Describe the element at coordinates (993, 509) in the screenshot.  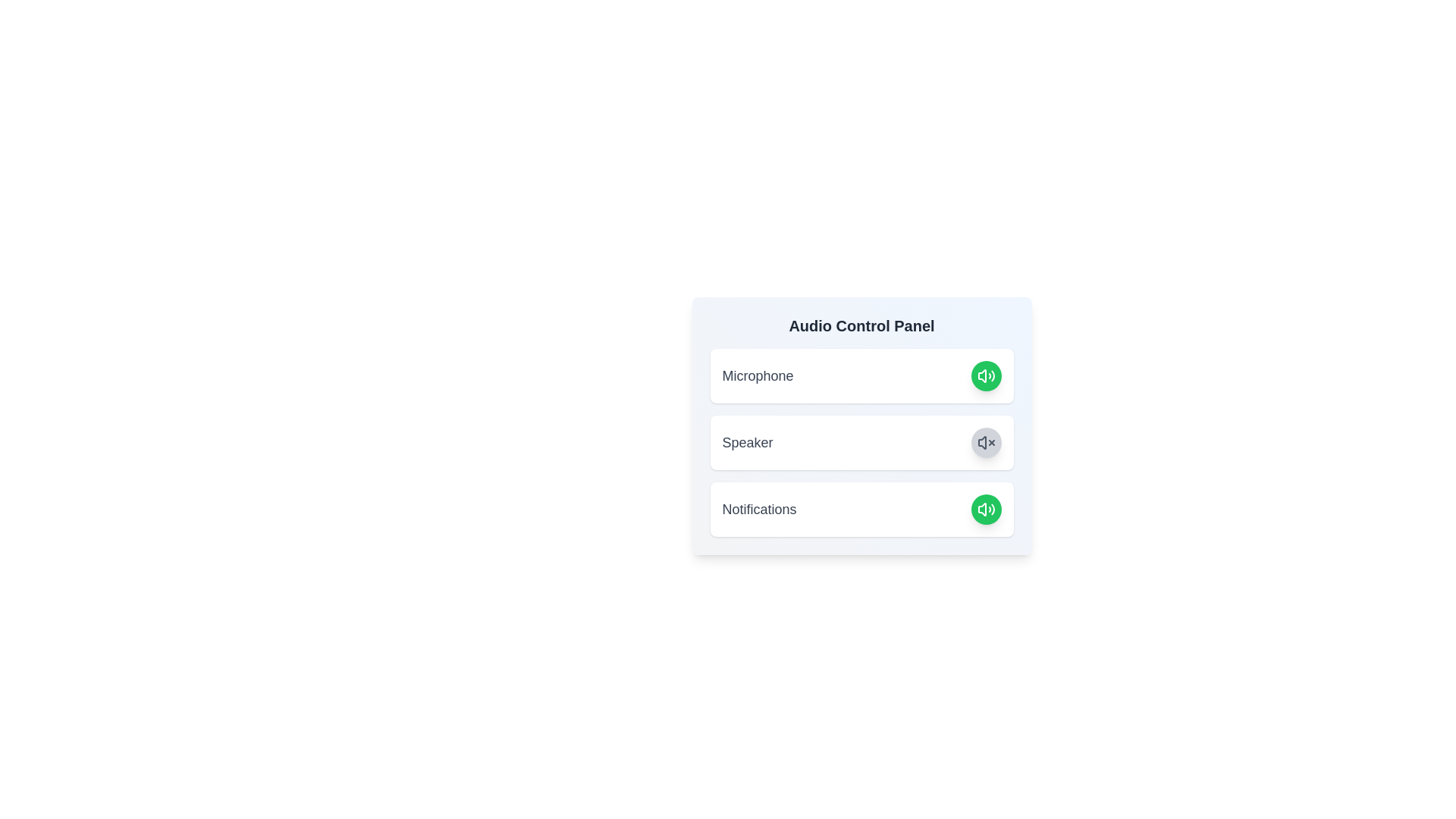
I see `properties of the audio wave icon fragment located at the right end of the Notifications row in the Audio Control Panel` at that location.